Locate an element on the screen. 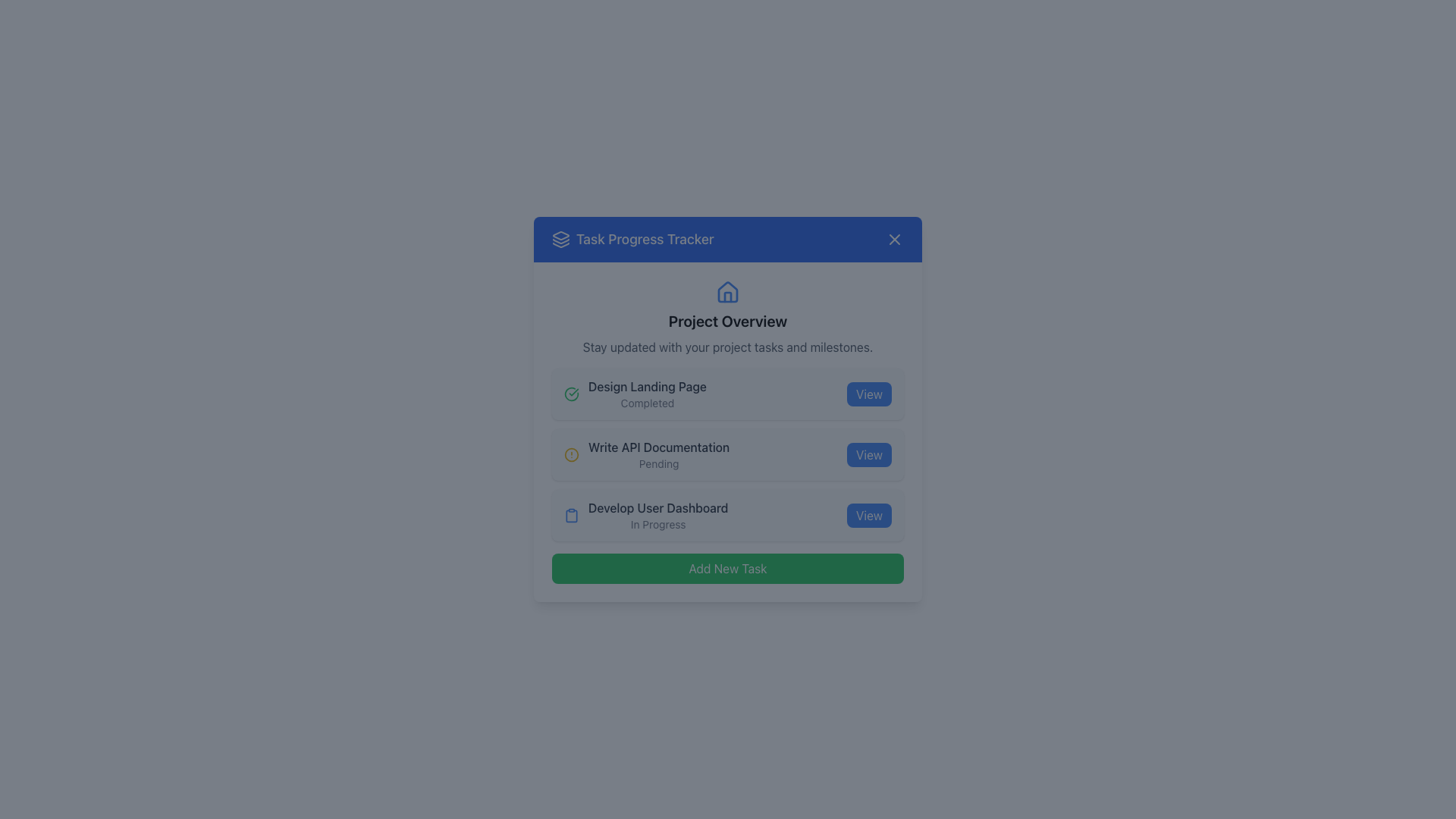 This screenshot has height=819, width=1456. the 'Task Progress Tracker' text label, which is styled with a large font size and medium weight, located in the blue header of the card, positioned between an icon resembling layered shapes and a close button is located at coordinates (645, 239).